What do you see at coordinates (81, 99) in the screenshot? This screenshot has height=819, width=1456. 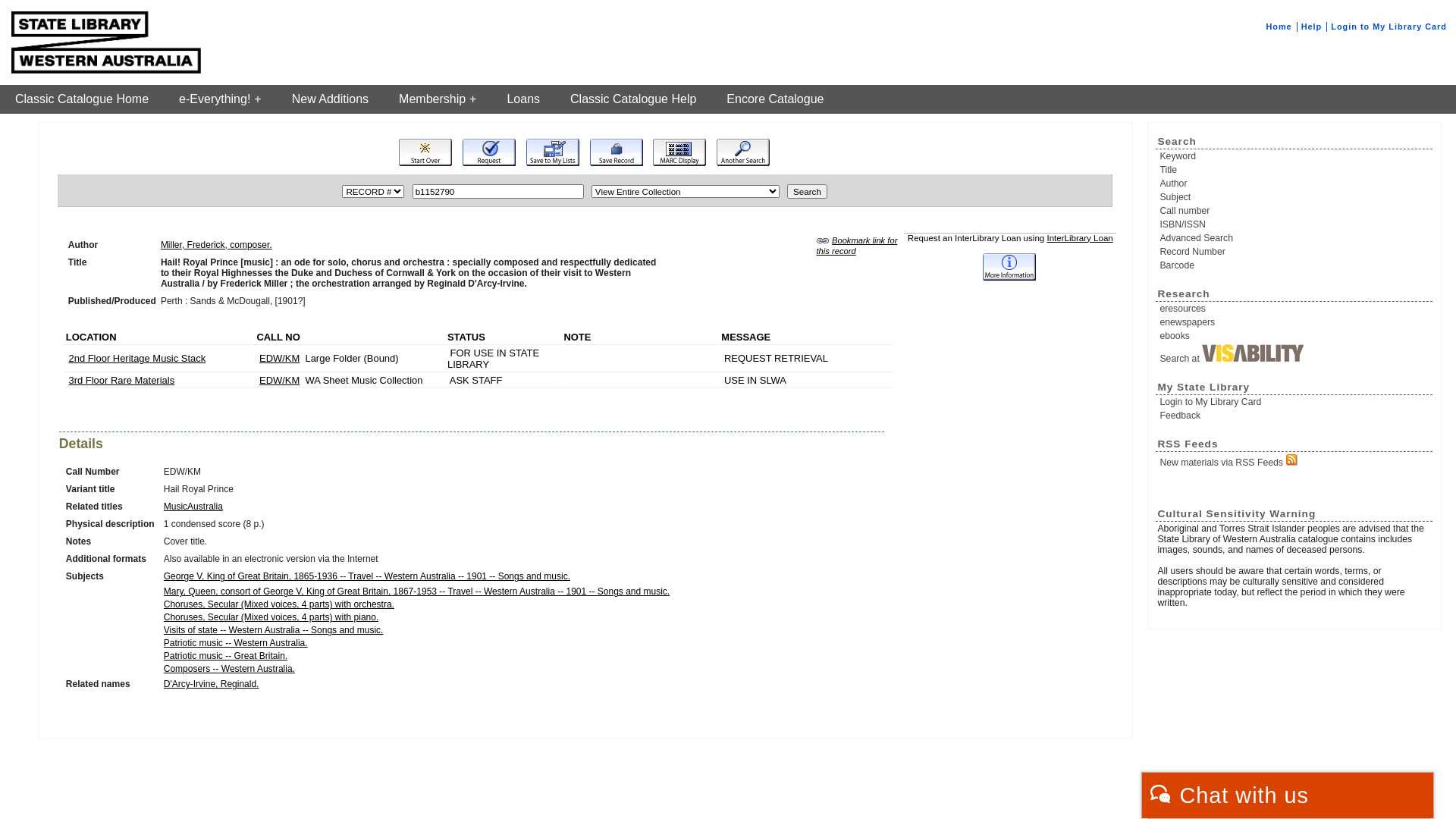 I see `'Classic Catalogue Home'` at bounding box center [81, 99].